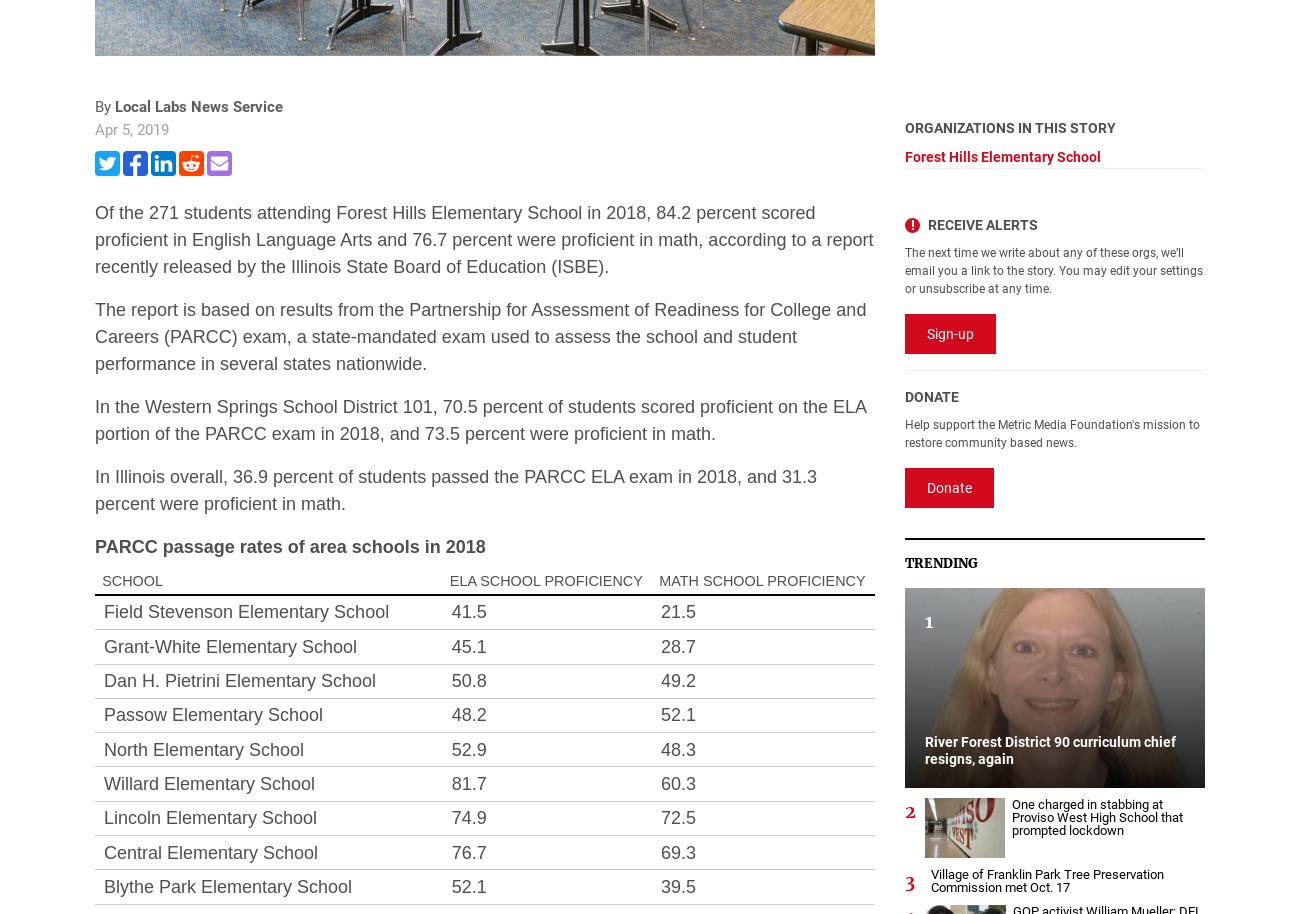  Describe the element at coordinates (1054, 270) in the screenshot. I see `'The next time we write about any of these orgs, we’ll email you a link to the story. You may edit your settings or unsubscribe at any time.'` at that location.